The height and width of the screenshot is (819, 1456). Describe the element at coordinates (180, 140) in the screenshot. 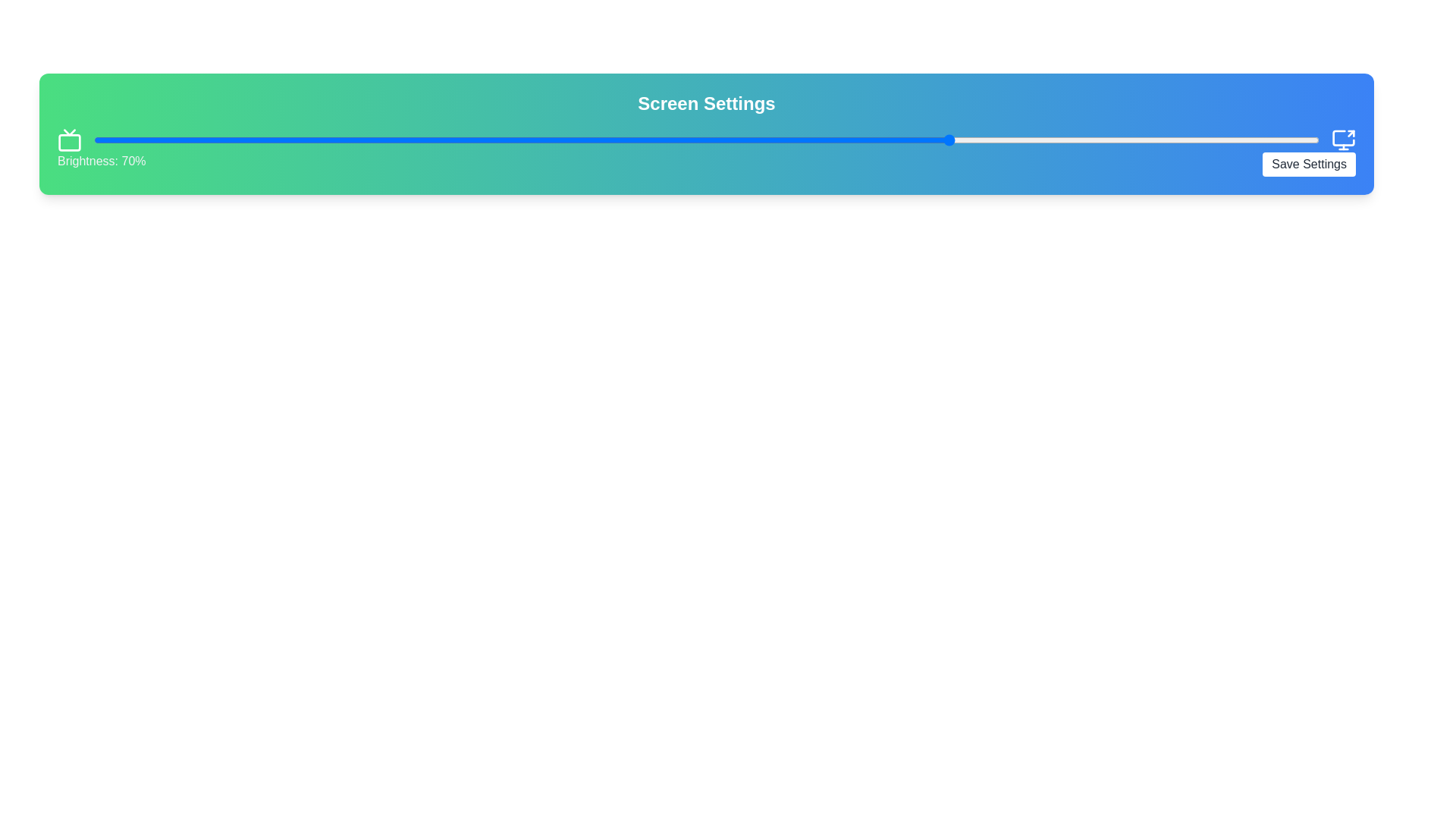

I see `the brightness slider to 7%` at that location.